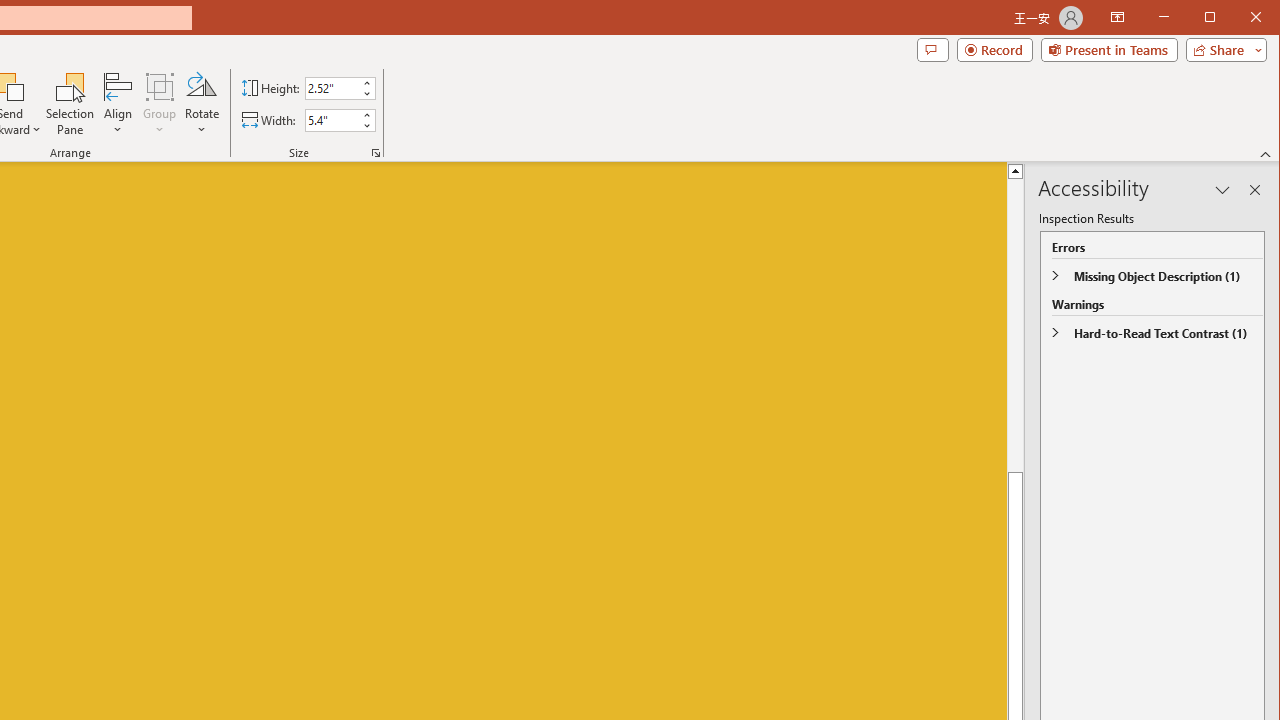  What do you see at coordinates (332, 120) in the screenshot?
I see `'Shape Width'` at bounding box center [332, 120].